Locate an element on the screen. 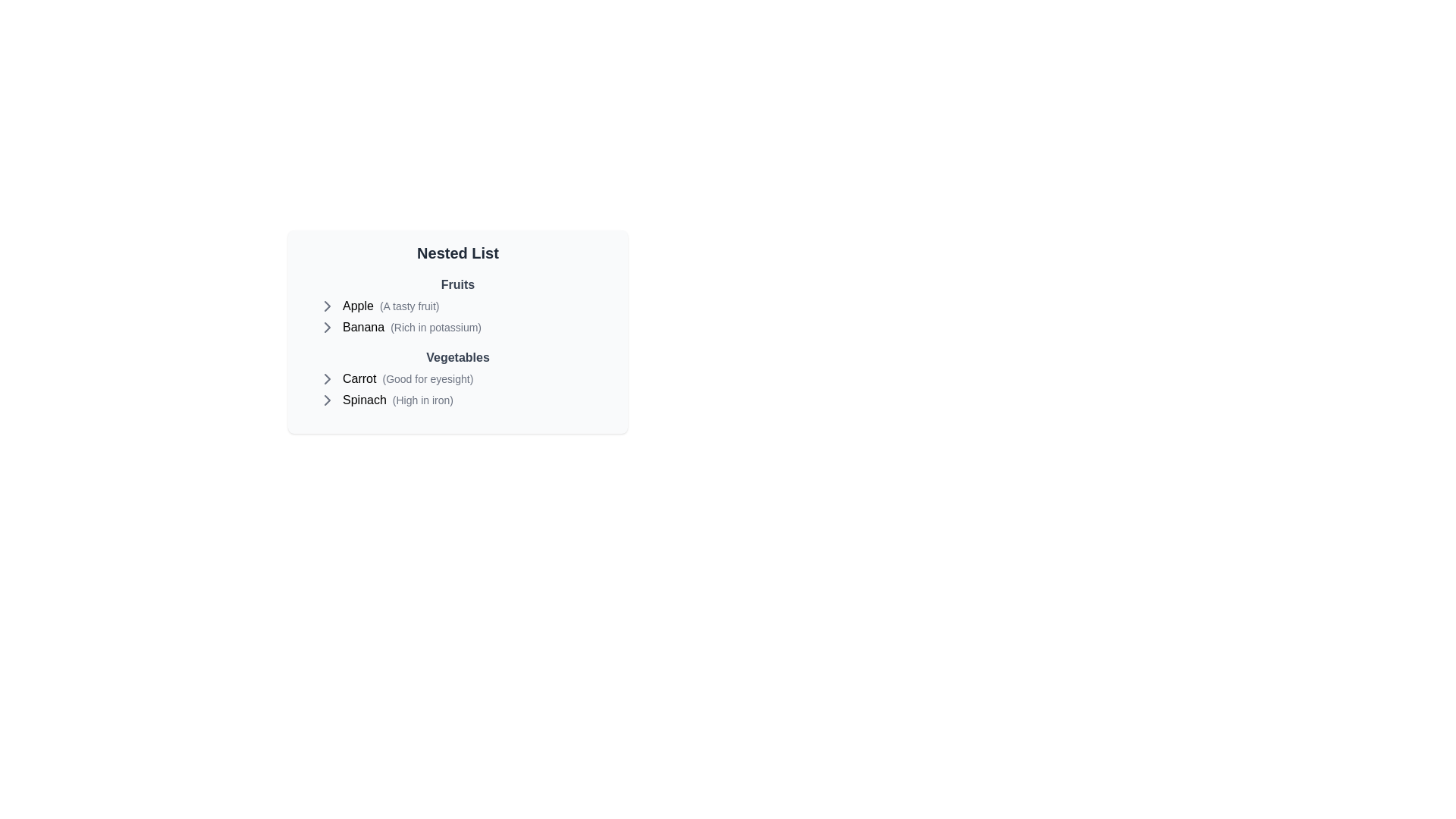 This screenshot has width=1456, height=819. the text of the item Spinach is located at coordinates (364, 400).